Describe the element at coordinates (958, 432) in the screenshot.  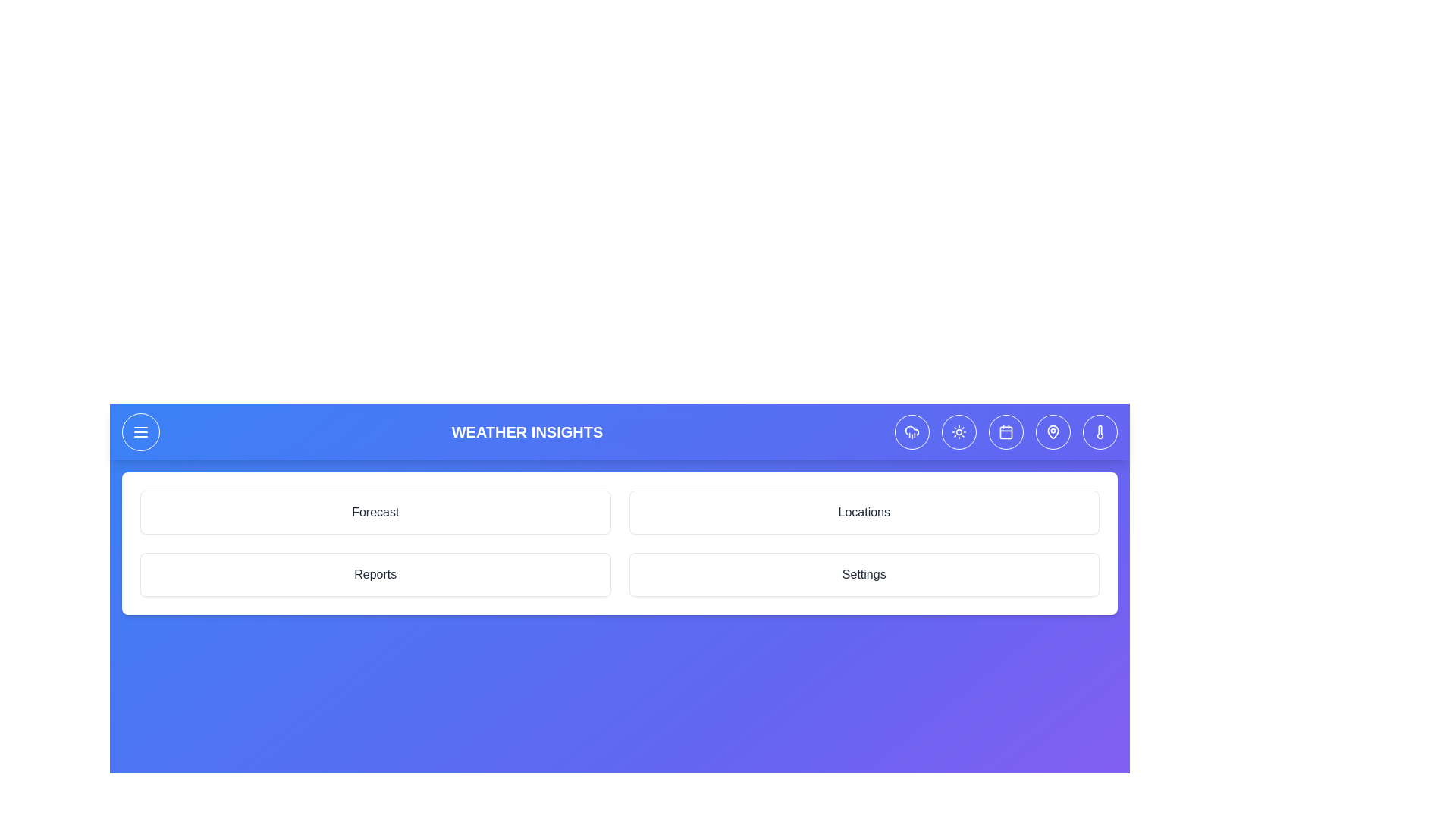
I see `the sun icon in the header` at that location.